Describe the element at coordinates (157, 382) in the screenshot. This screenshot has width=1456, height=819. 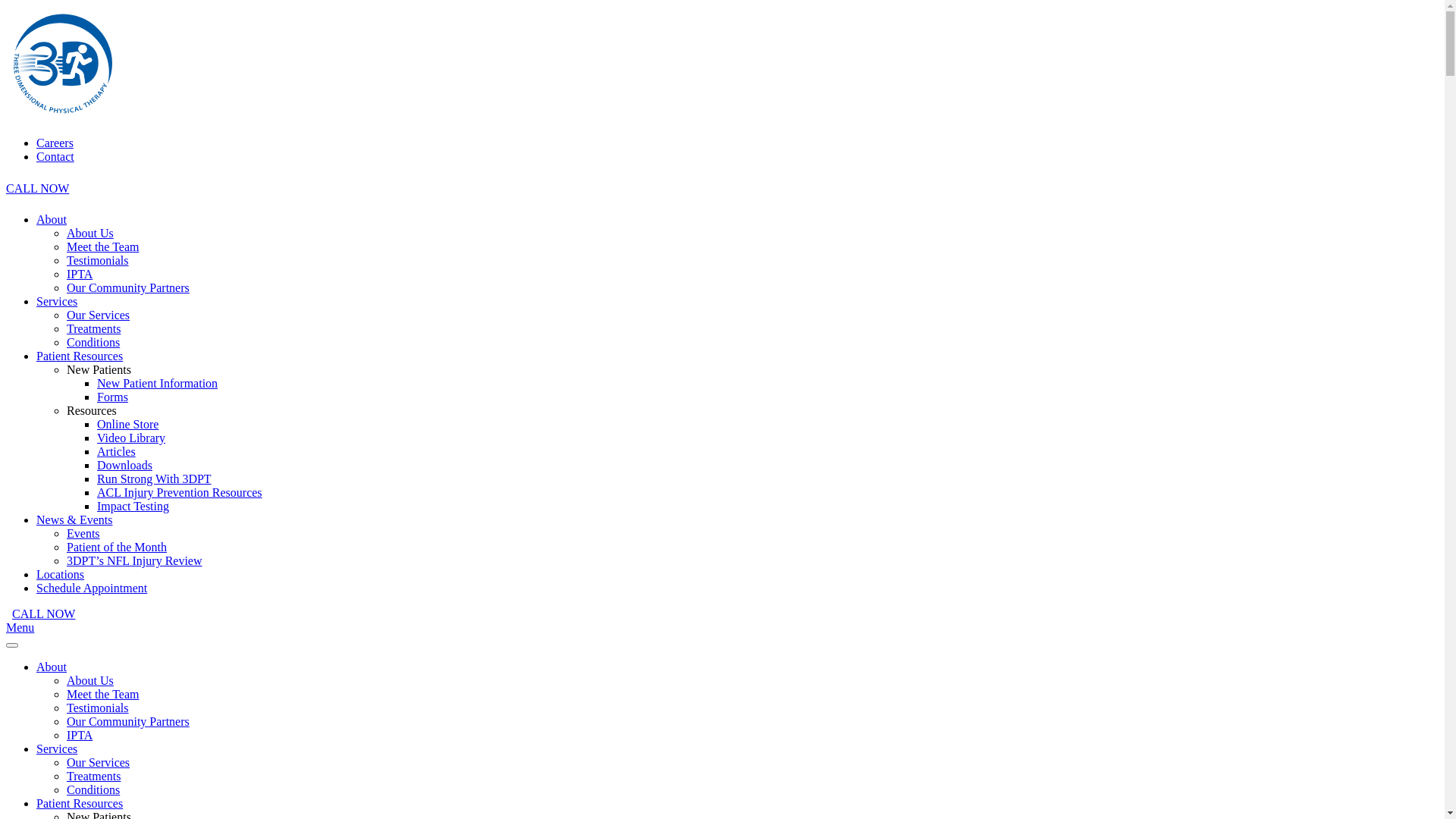
I see `'New Patient Information'` at that location.